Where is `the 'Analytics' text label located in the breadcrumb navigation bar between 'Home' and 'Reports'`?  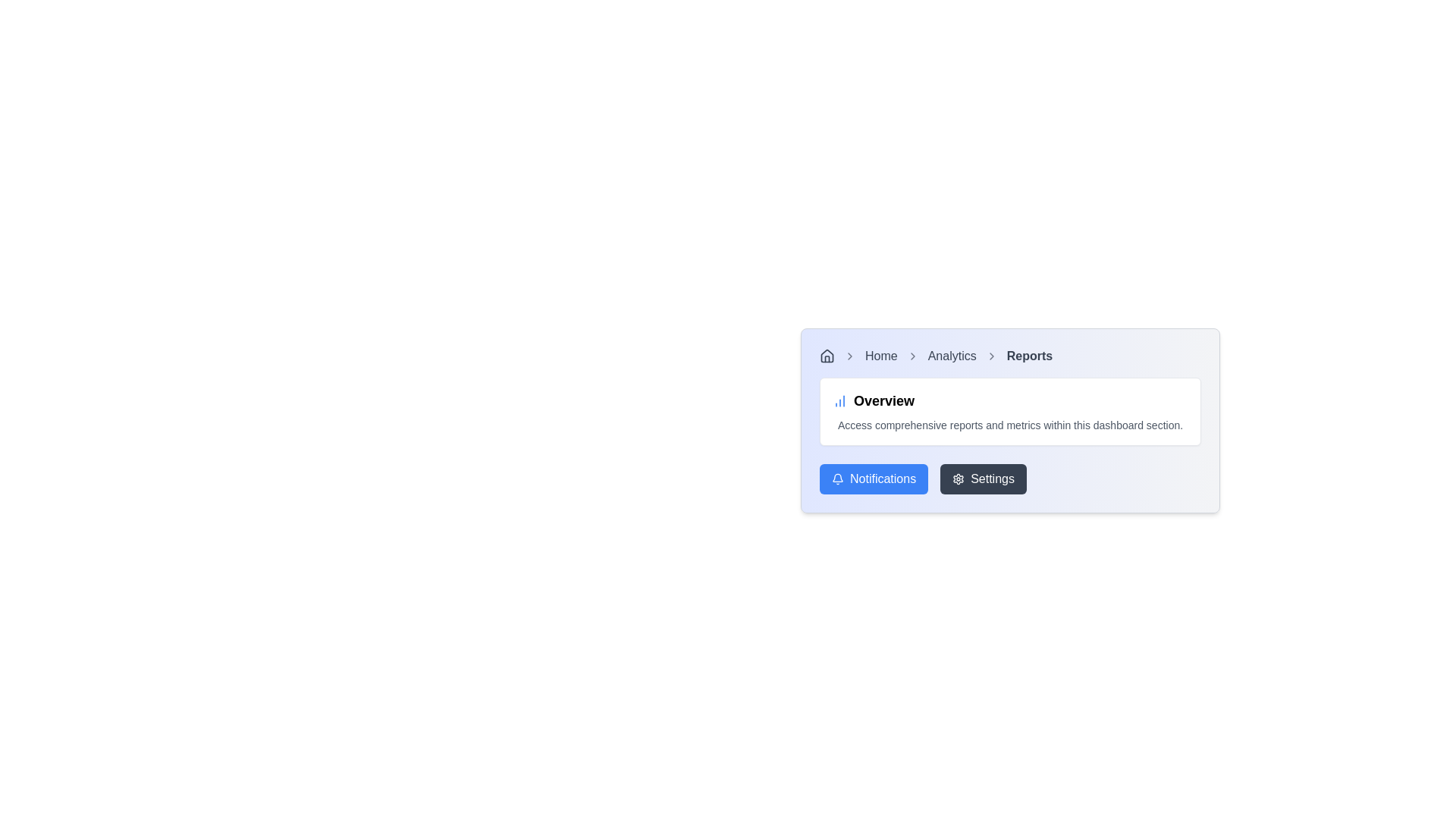 the 'Analytics' text label located in the breadcrumb navigation bar between 'Home' and 'Reports' is located at coordinates (951, 356).